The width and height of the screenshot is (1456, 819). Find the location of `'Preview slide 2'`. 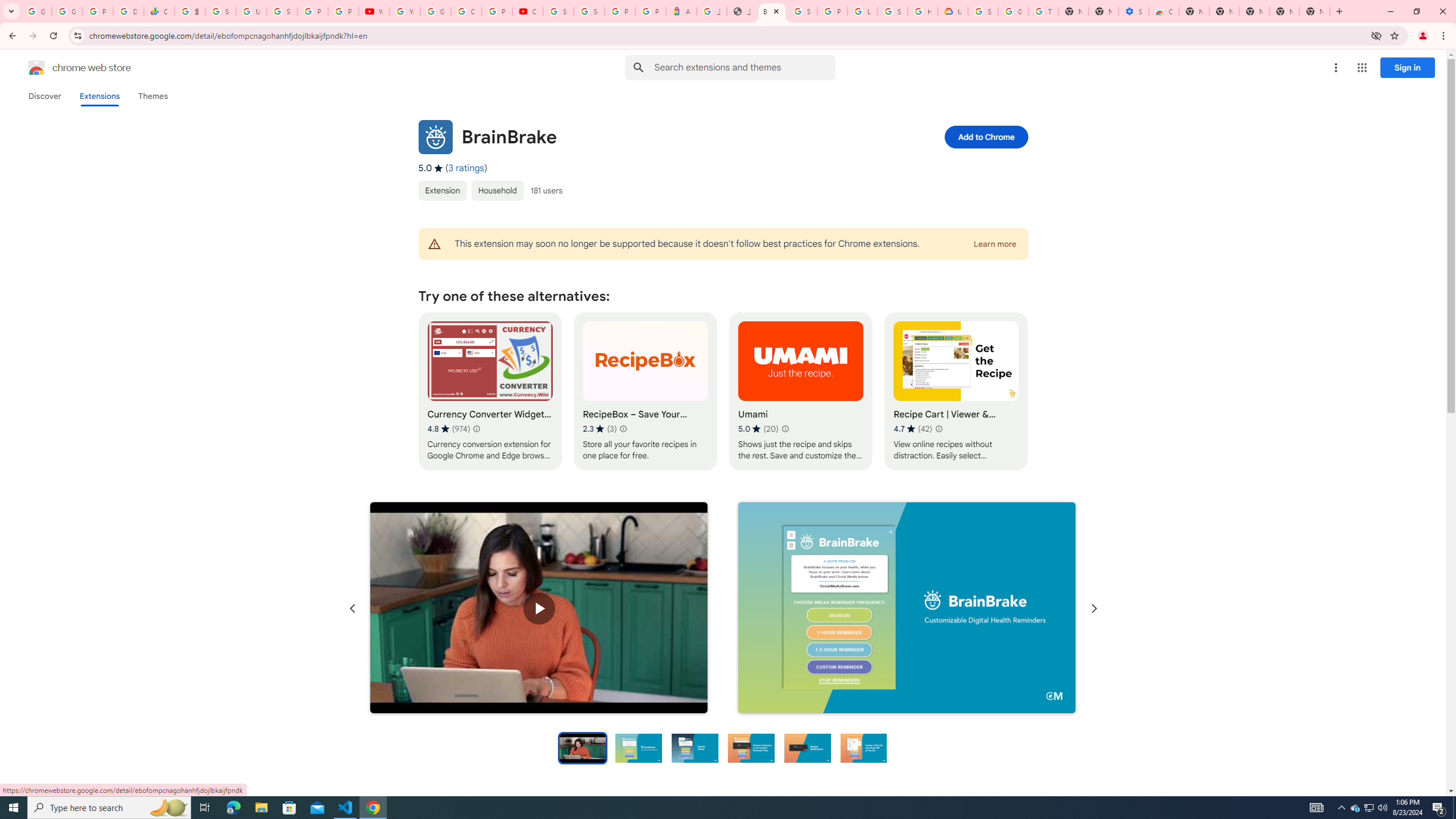

'Preview slide 2' is located at coordinates (638, 747).